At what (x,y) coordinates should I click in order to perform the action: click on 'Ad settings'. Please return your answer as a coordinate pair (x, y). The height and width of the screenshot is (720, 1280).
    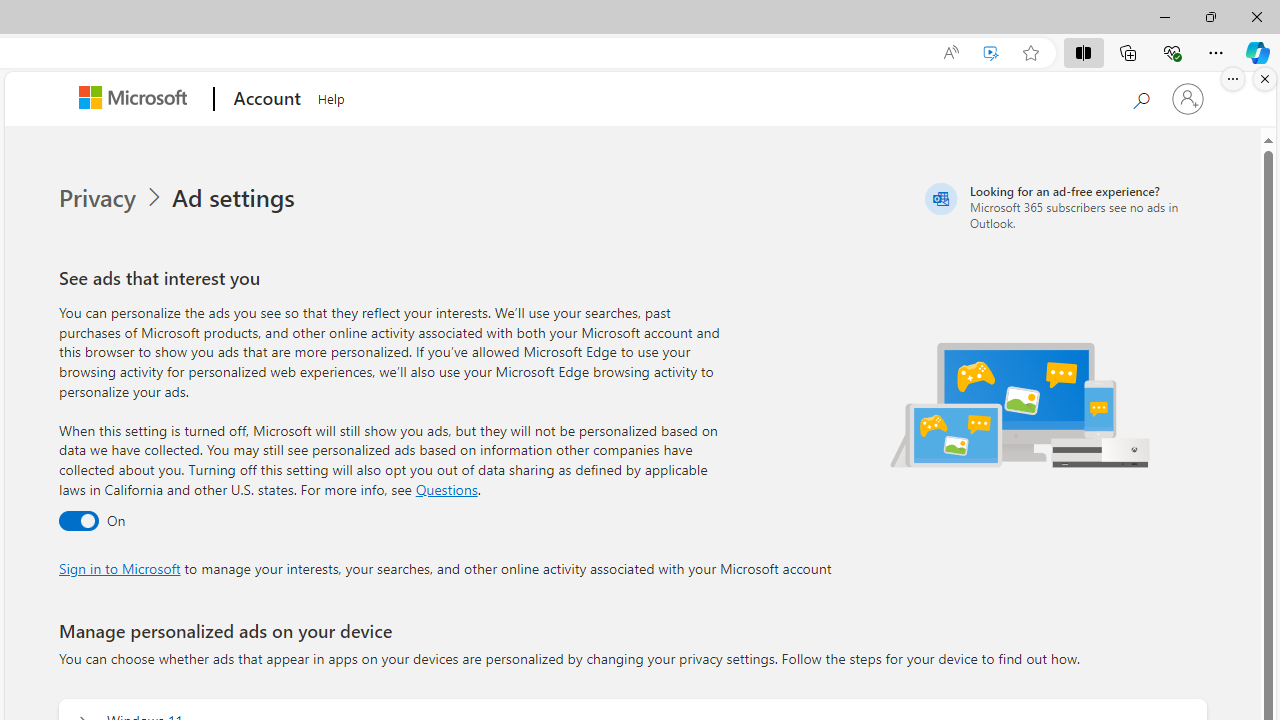
    Looking at the image, I should click on (236, 198).